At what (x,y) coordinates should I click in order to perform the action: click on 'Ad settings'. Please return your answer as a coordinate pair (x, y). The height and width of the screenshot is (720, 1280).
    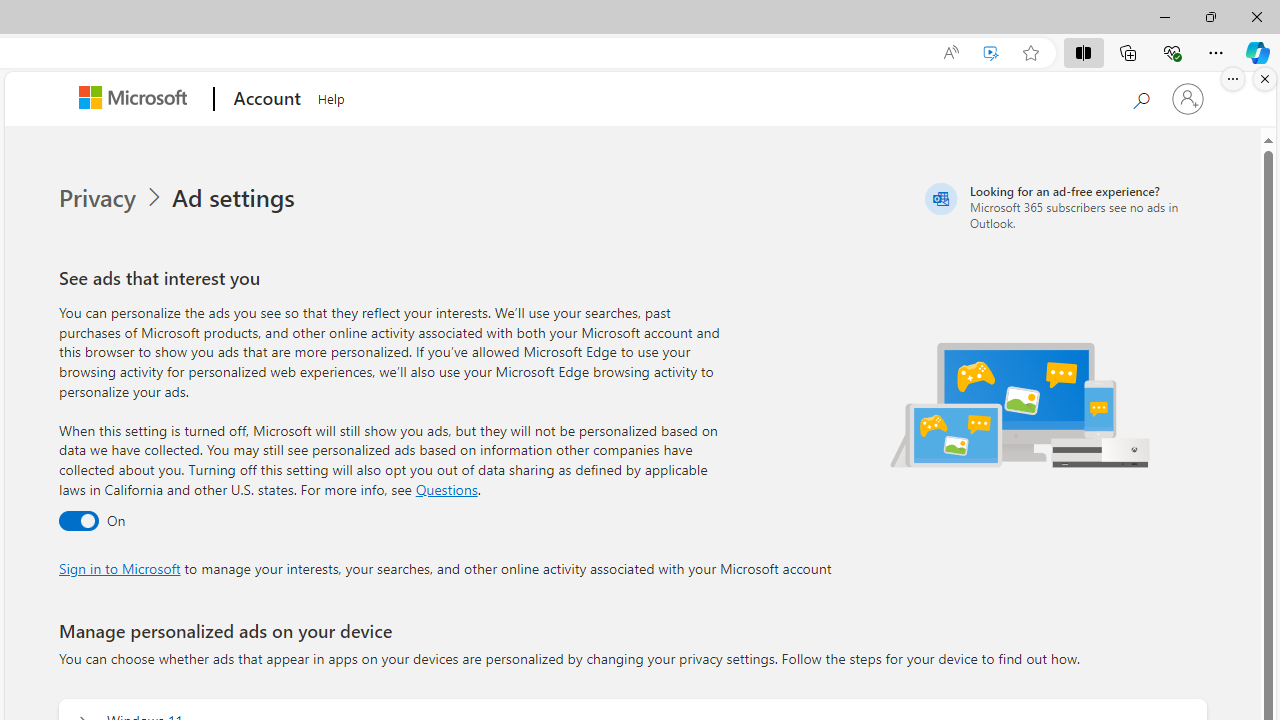
    Looking at the image, I should click on (236, 198).